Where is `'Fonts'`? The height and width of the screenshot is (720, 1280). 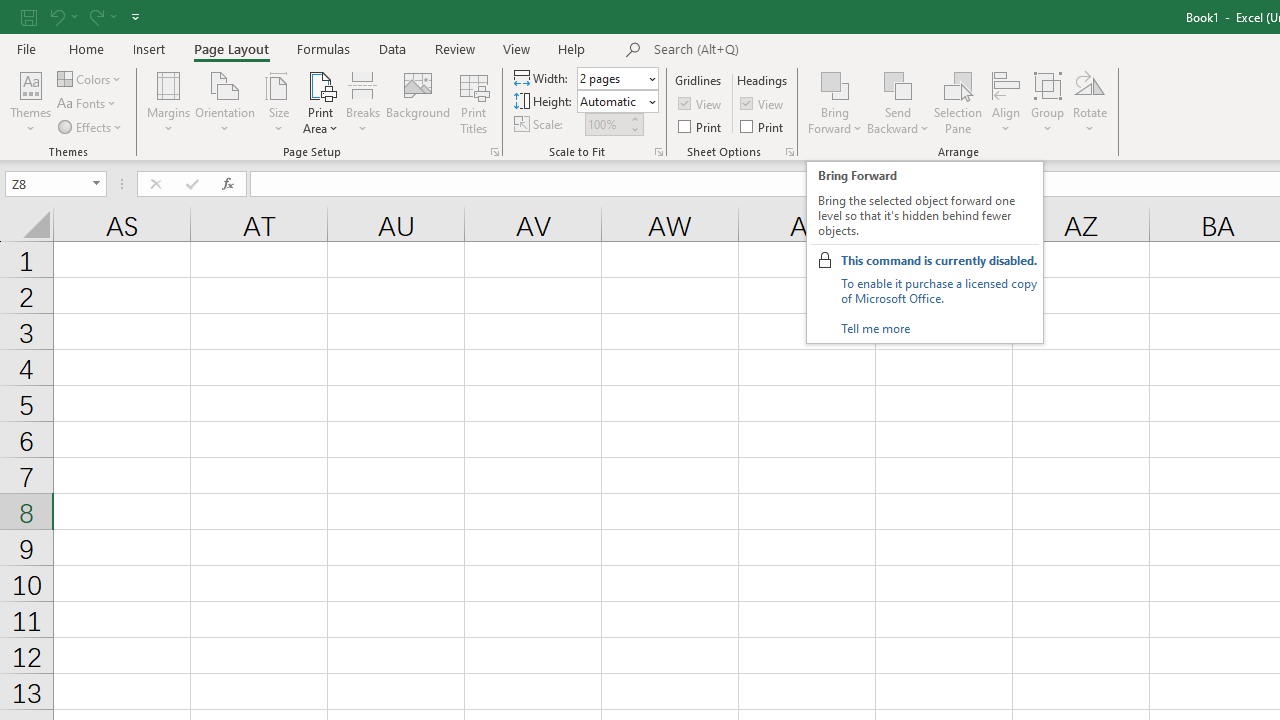 'Fonts' is located at coordinates (87, 103).